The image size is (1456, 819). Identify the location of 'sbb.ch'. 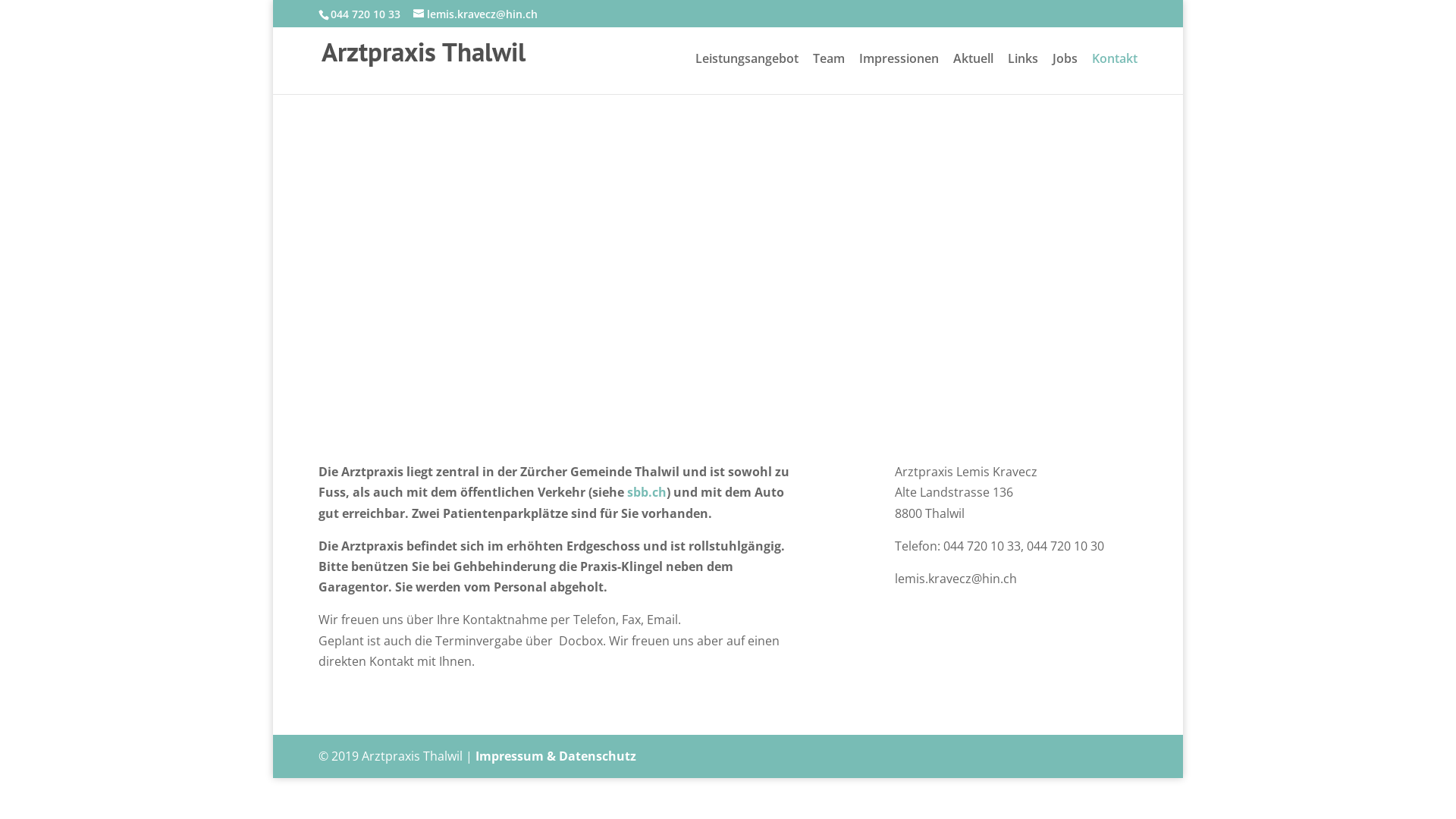
(647, 491).